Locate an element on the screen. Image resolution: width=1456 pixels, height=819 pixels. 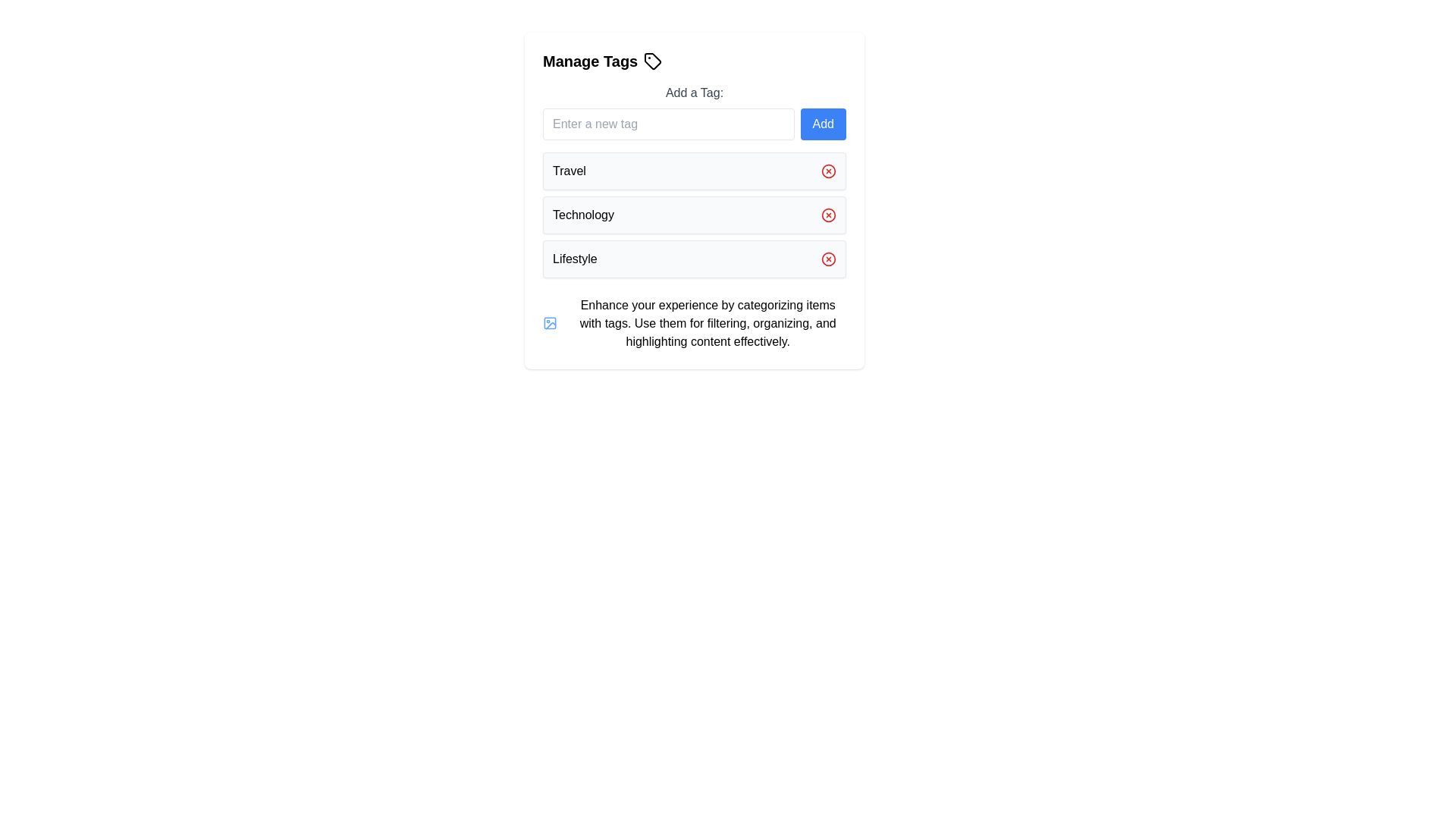
the decorative icon representing tags or categorization, located to the left of the 'Manage Tags' text in the heading area is located at coordinates (653, 61).